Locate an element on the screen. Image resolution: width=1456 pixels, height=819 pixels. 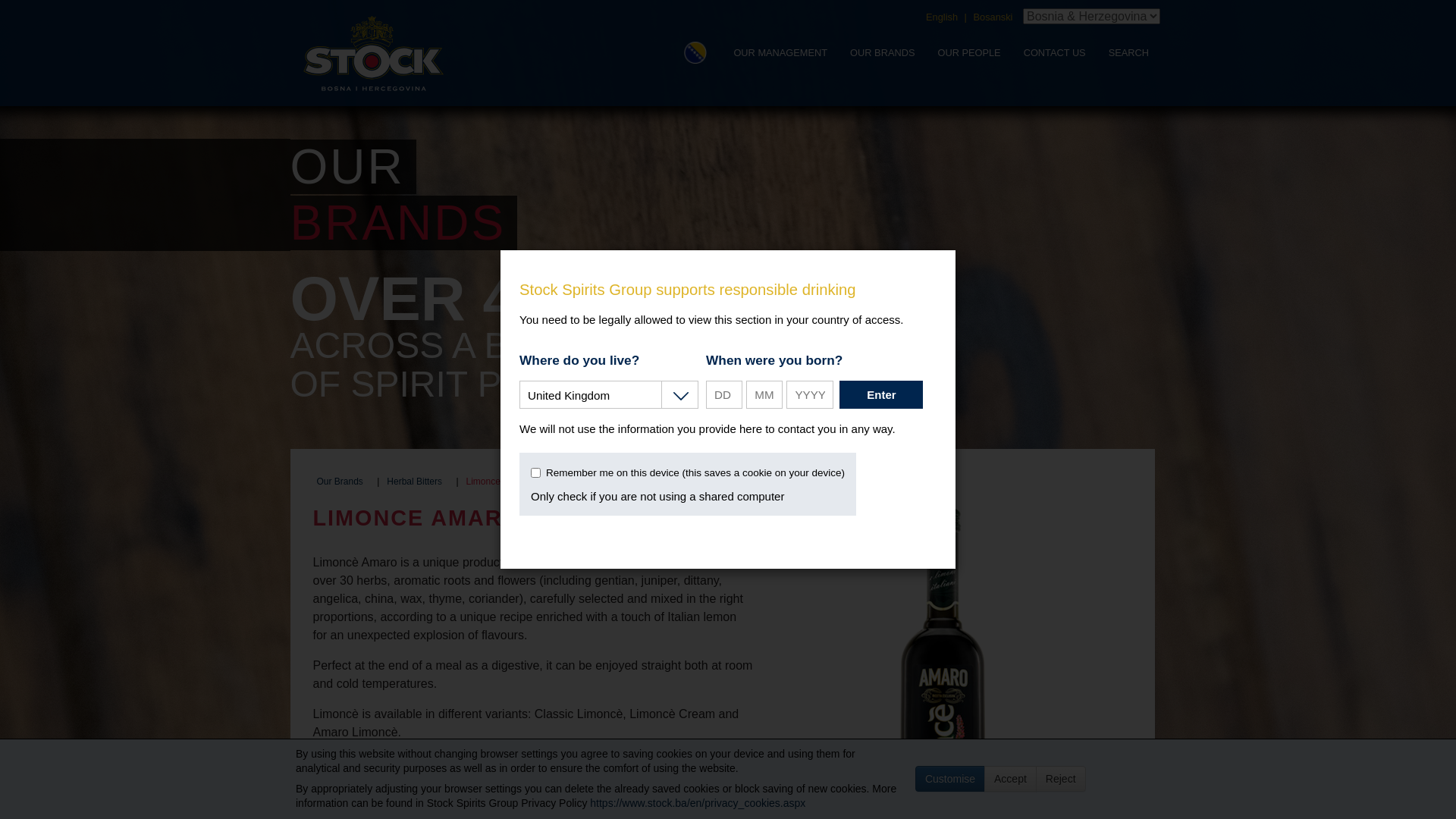
'OUR PEOPLE' is located at coordinates (968, 52).